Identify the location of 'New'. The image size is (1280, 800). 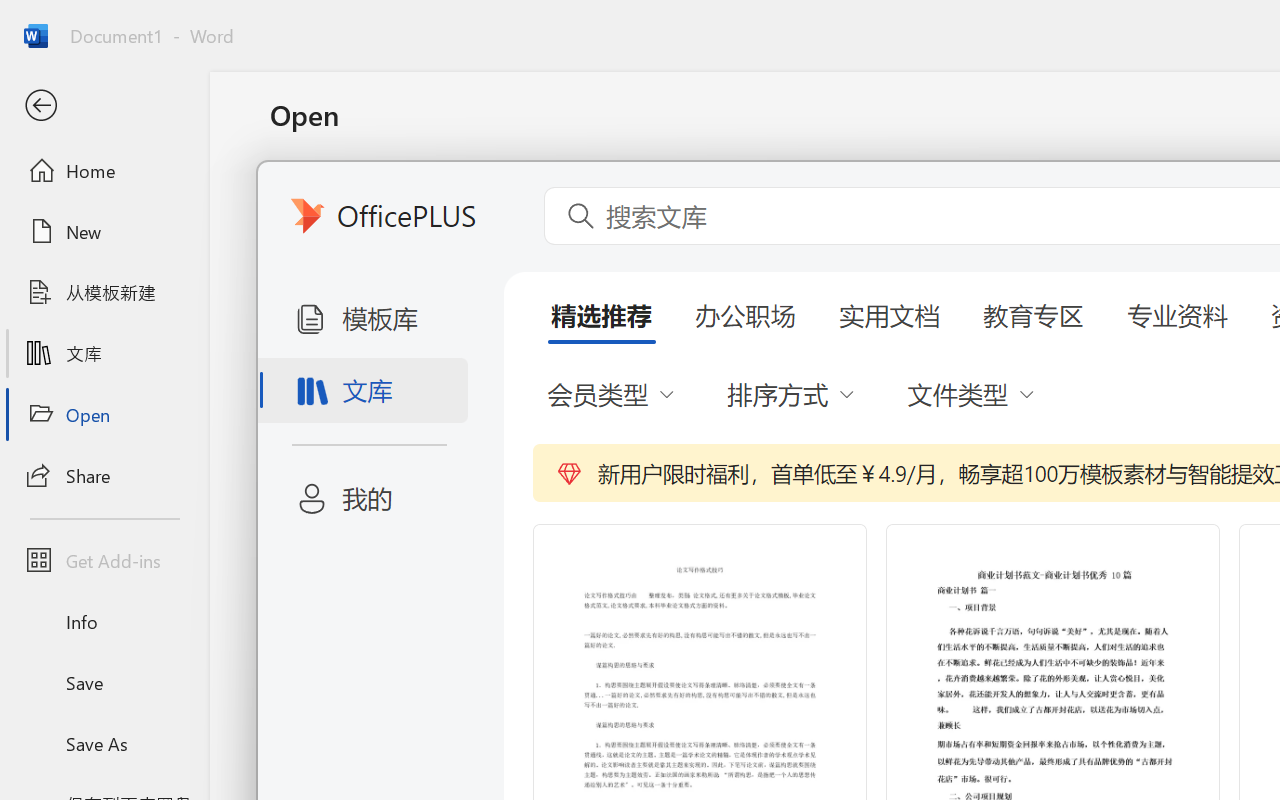
(103, 231).